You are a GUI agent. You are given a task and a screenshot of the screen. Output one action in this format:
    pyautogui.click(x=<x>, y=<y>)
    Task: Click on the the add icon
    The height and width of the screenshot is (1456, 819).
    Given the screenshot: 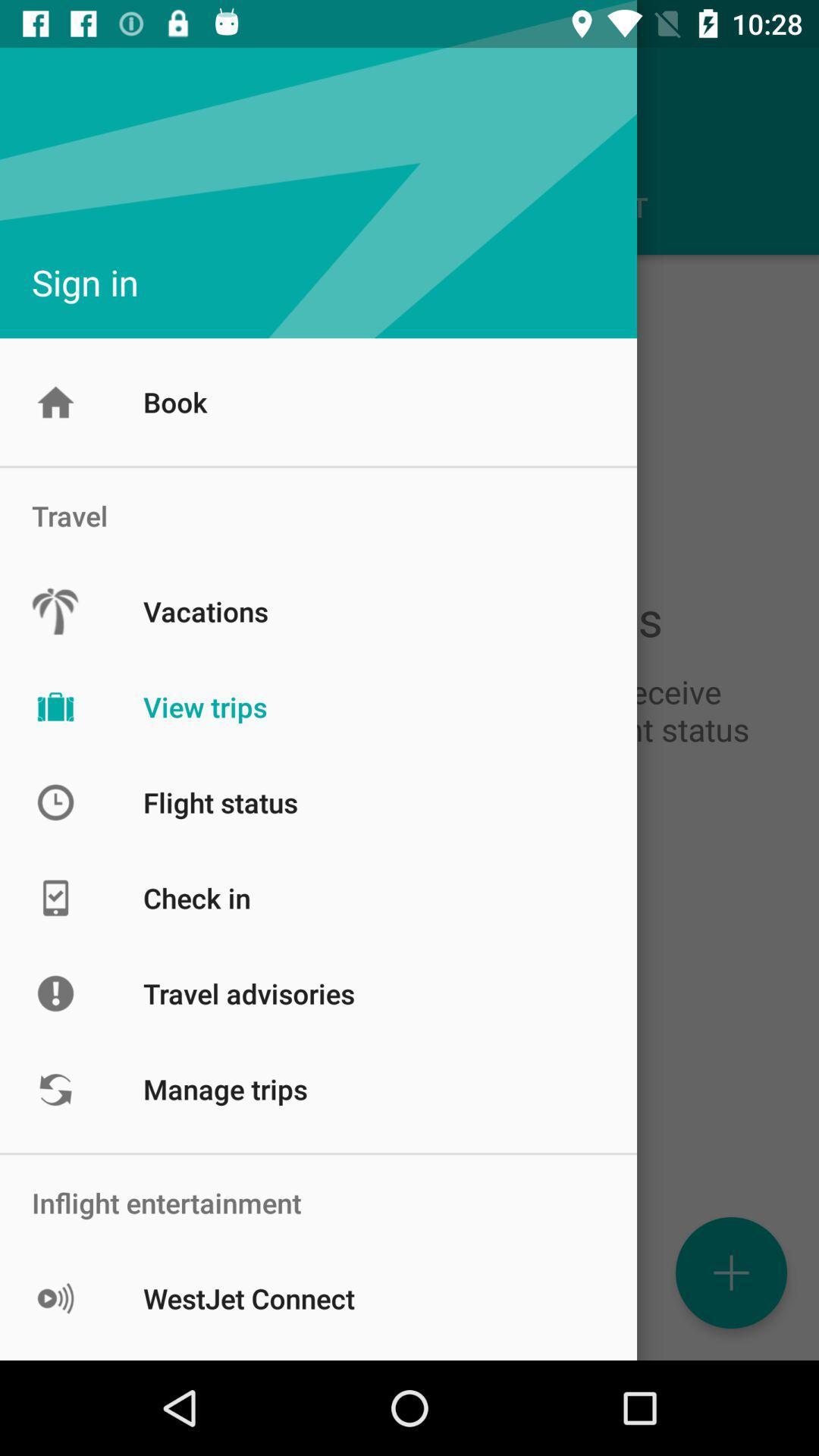 What is the action you would take?
    pyautogui.click(x=730, y=1272)
    